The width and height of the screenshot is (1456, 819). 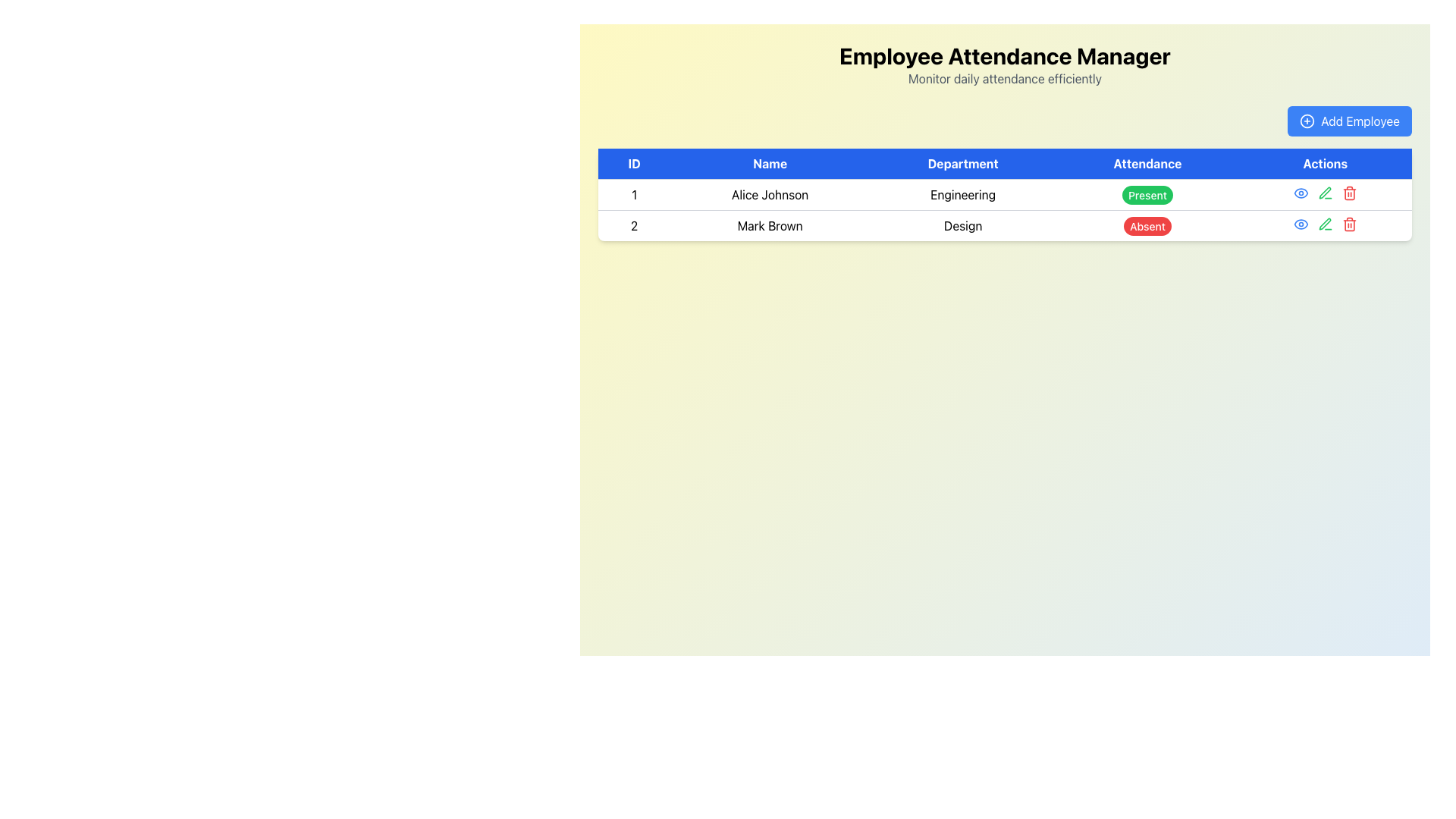 What do you see at coordinates (634, 225) in the screenshot?
I see `the table cell containing the ID '2' in the second row of the table, which is the first cell under the 'ID' column, adjacent to the cell with the name 'Mark Brown'` at bounding box center [634, 225].